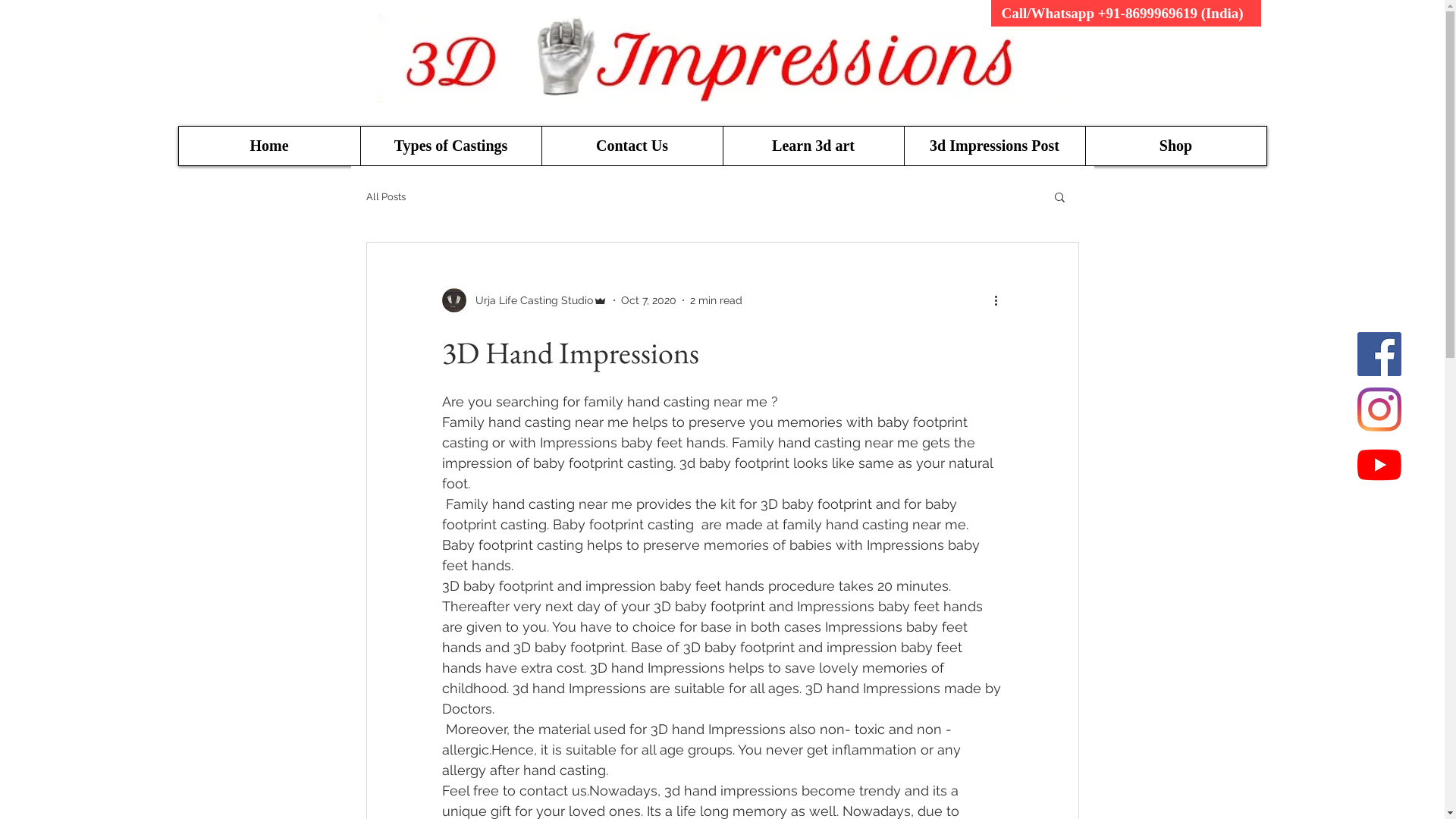 The image size is (1456, 819). What do you see at coordinates (449, 146) in the screenshot?
I see `'Types of Castings'` at bounding box center [449, 146].